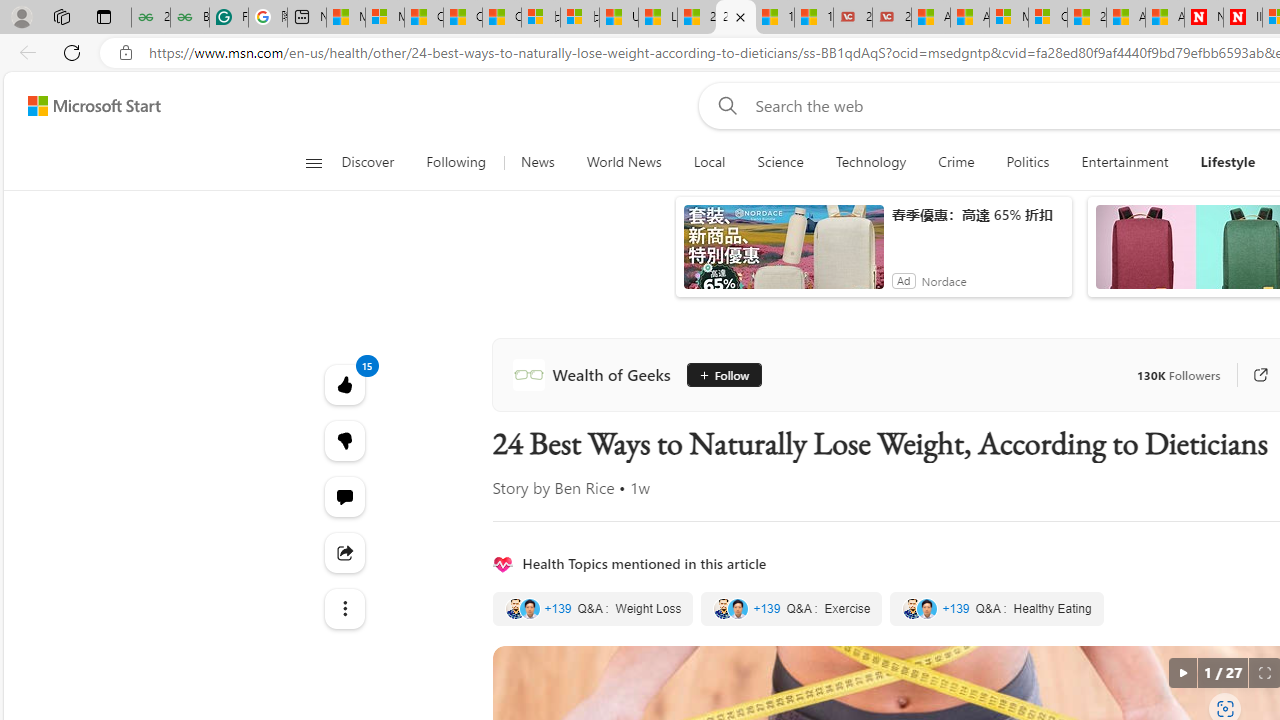  What do you see at coordinates (891, 17) in the screenshot?
I see `'21 Movies That Outdid the Books They Were Based On'` at bounding box center [891, 17].